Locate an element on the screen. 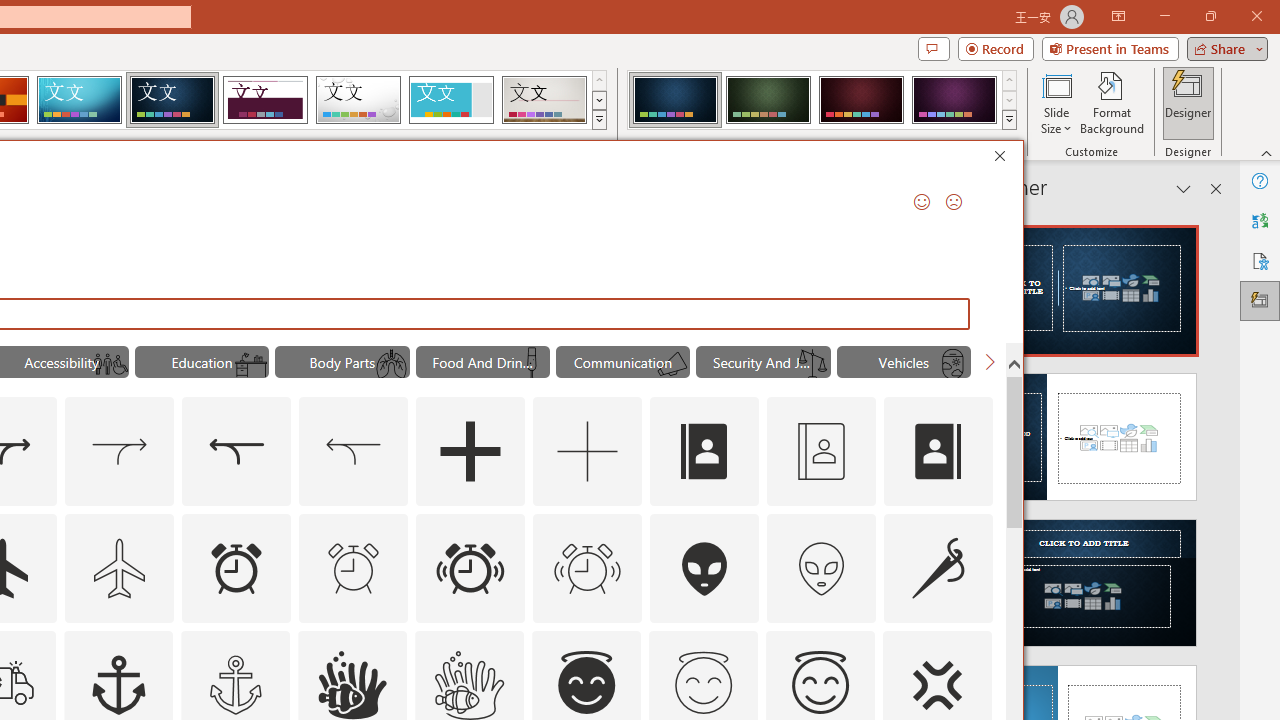 The width and height of the screenshot is (1280, 720). 'AutomationID: Icons_AlterationsTailoring' is located at coordinates (937, 568).